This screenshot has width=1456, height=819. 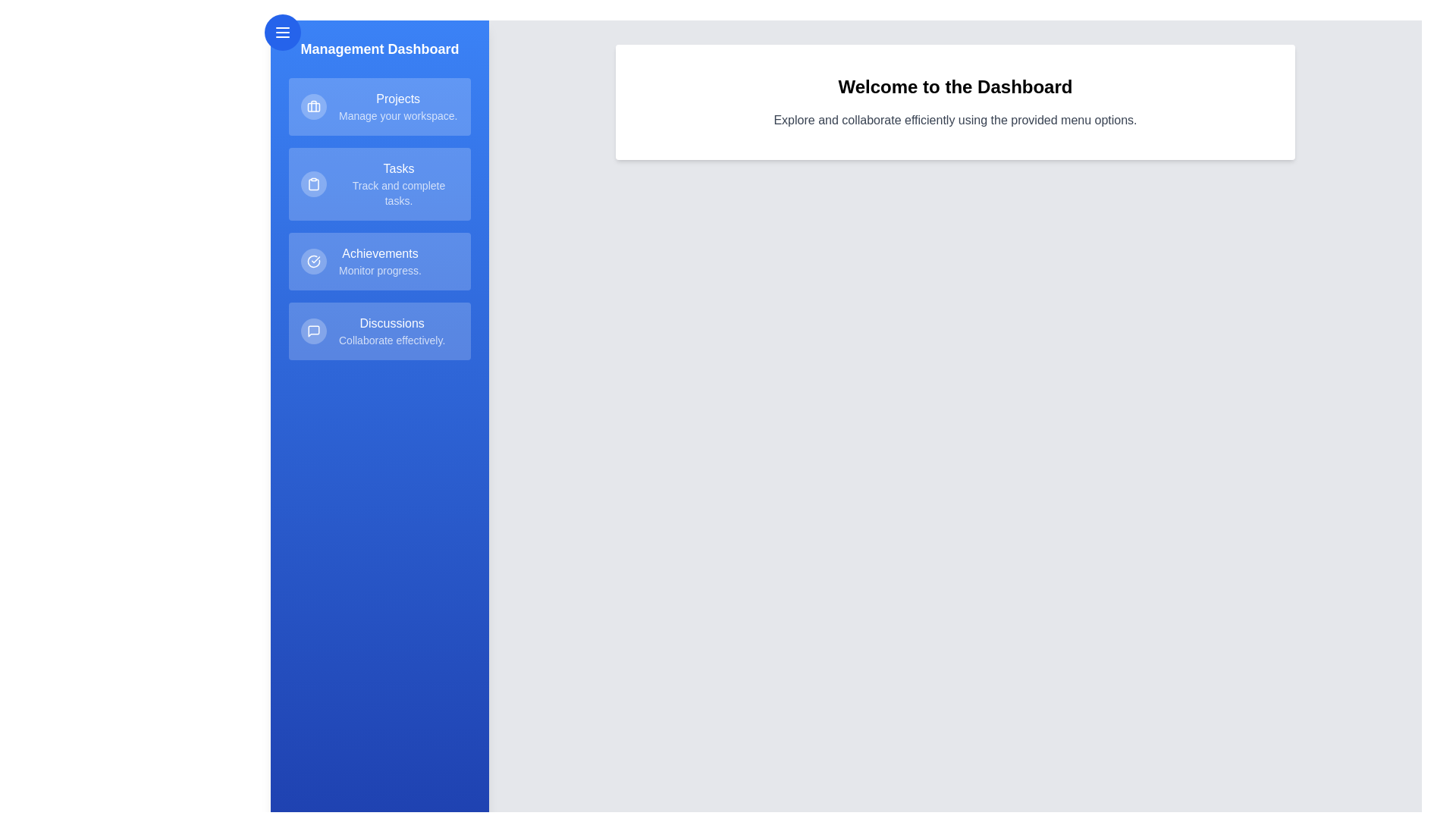 What do you see at coordinates (312, 184) in the screenshot?
I see `the icon for Tasks in the drawer` at bounding box center [312, 184].